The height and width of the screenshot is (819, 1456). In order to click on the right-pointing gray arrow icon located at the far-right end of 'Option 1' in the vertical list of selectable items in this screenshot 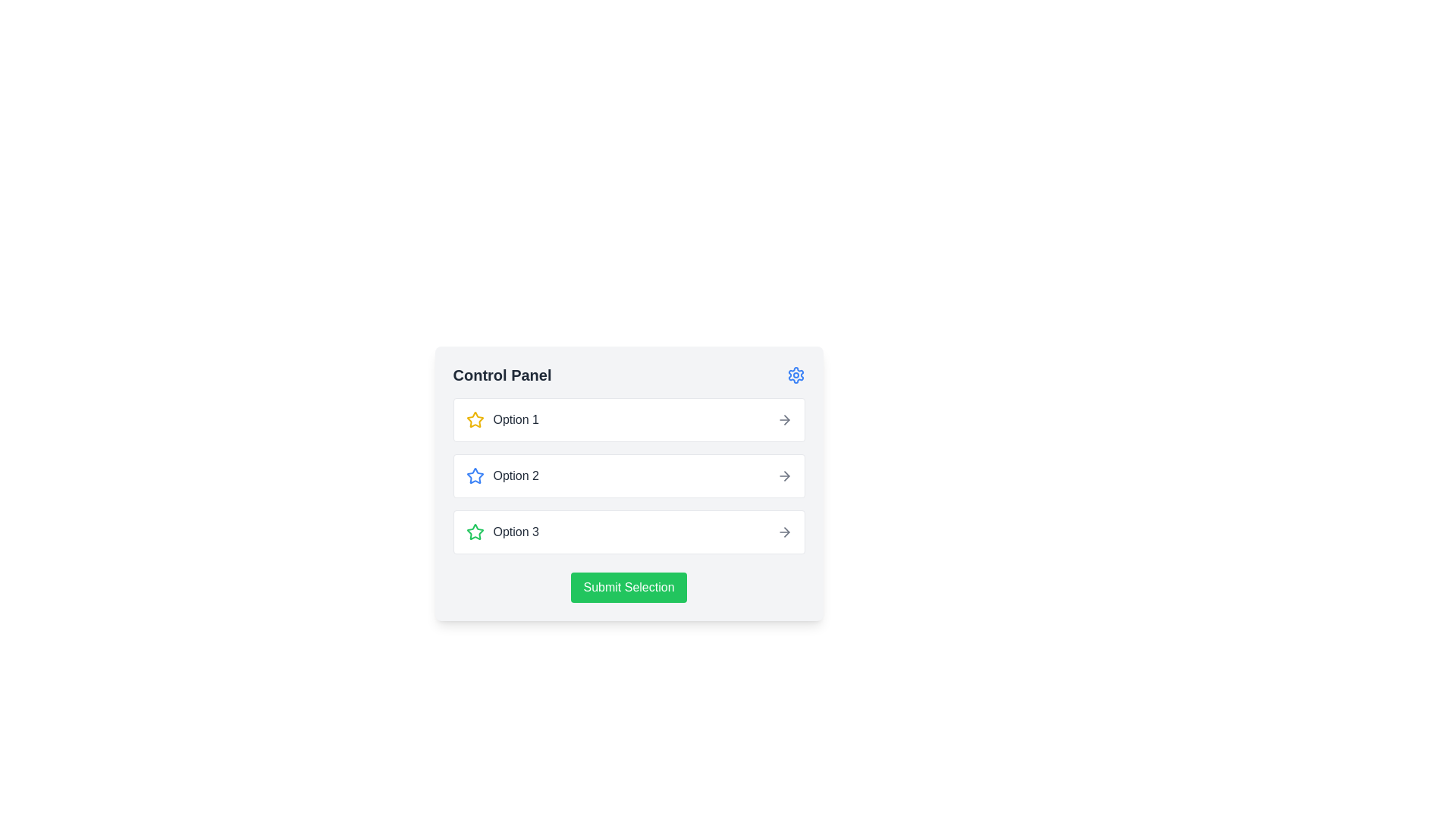, I will do `click(784, 420)`.